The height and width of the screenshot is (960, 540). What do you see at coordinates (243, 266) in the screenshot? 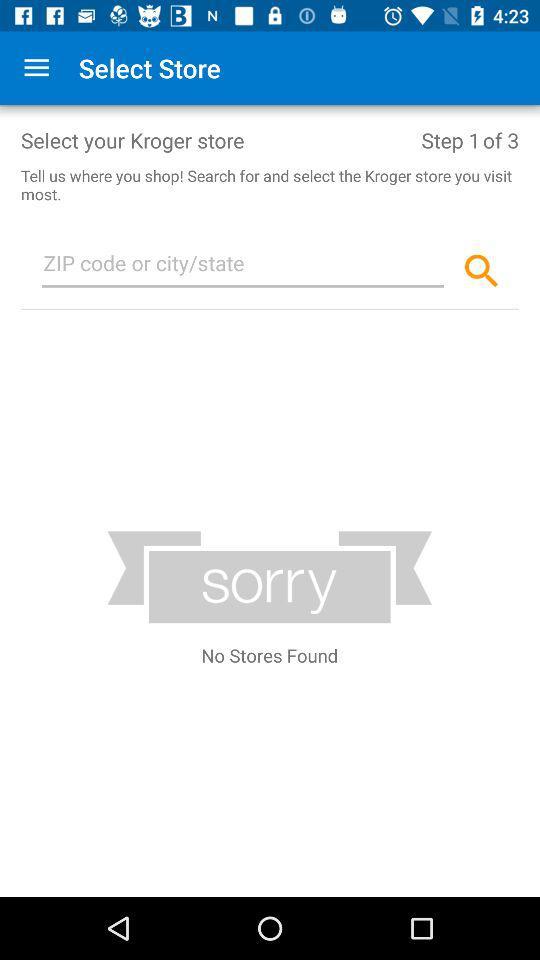
I see `box to enter zip code for closest kroger location` at bounding box center [243, 266].